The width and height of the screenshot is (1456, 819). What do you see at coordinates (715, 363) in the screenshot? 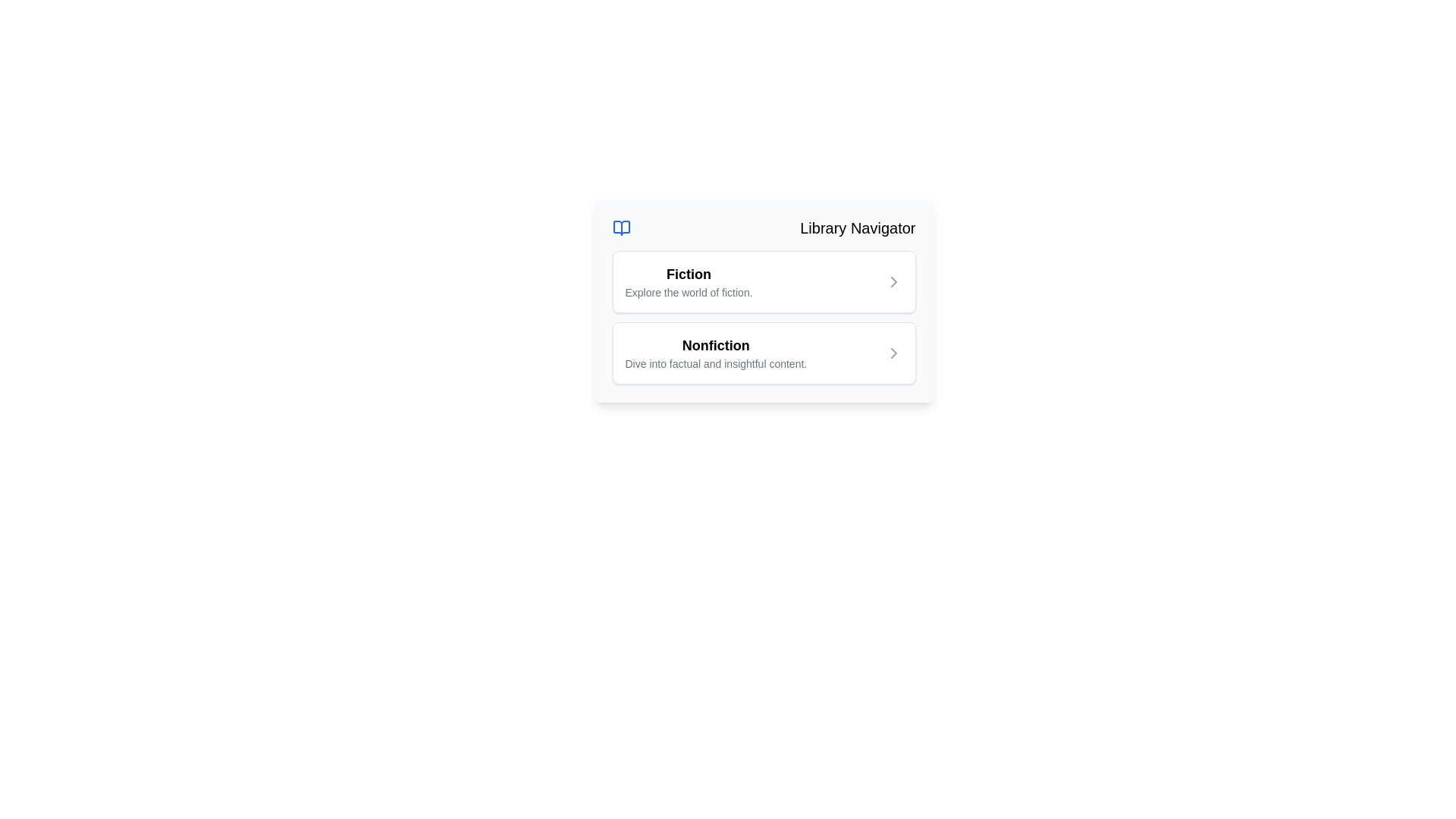
I see `the descriptive text label located in the 'Nonfiction' section, which provides information about the content type` at bounding box center [715, 363].